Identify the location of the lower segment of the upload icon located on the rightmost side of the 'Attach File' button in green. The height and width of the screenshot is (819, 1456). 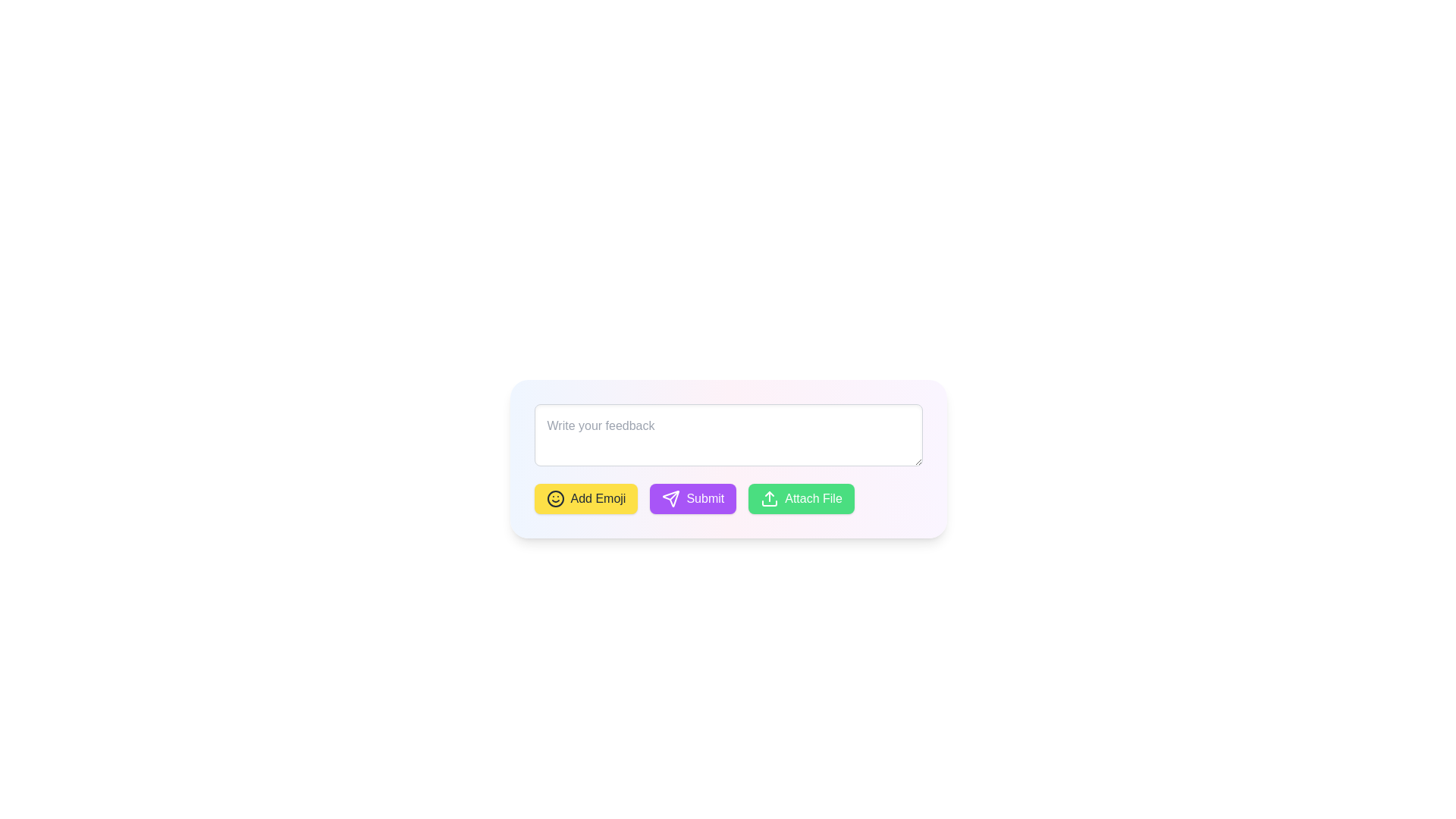
(770, 503).